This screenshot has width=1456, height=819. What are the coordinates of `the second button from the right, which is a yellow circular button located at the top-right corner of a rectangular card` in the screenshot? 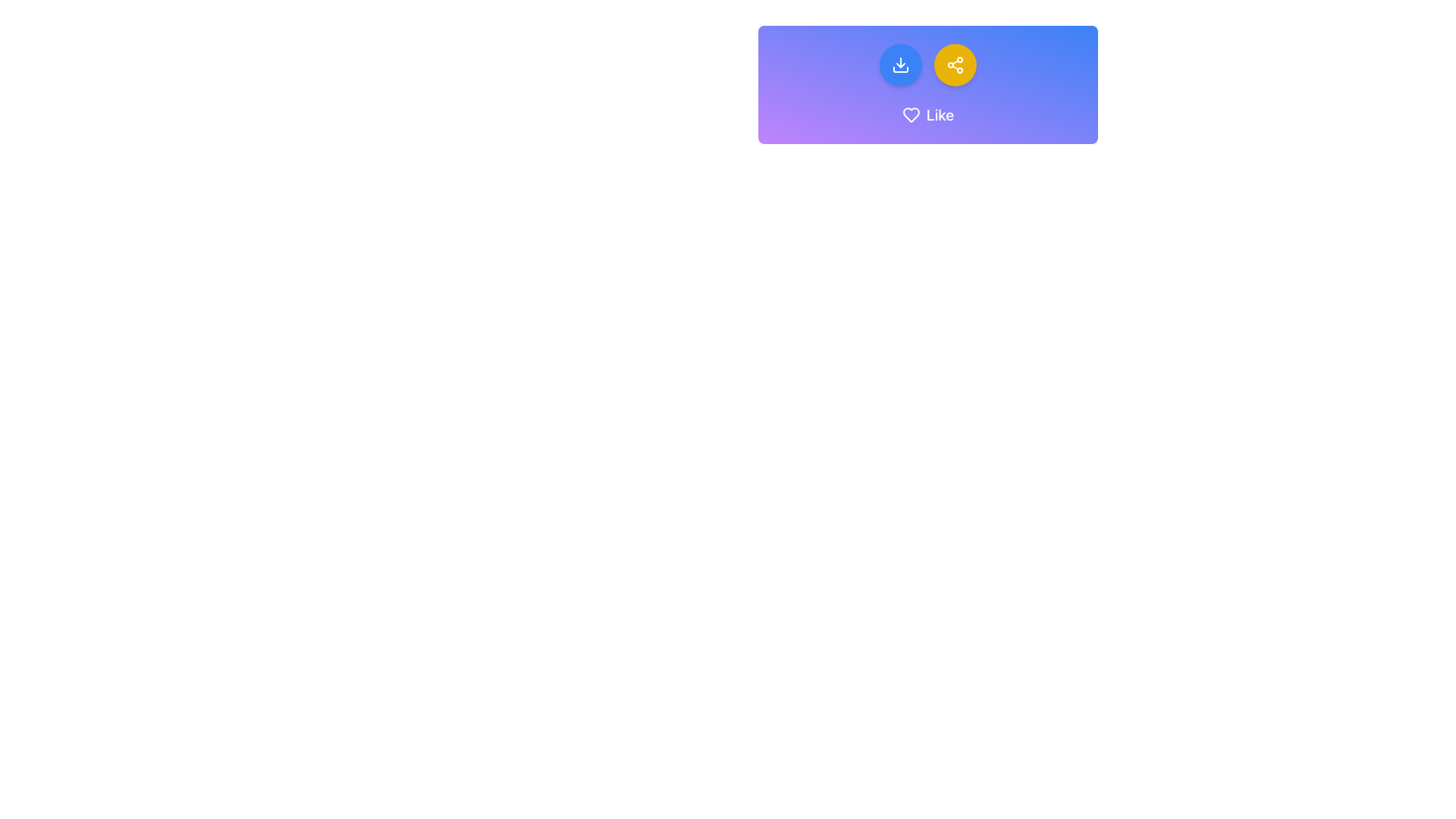 It's located at (954, 64).